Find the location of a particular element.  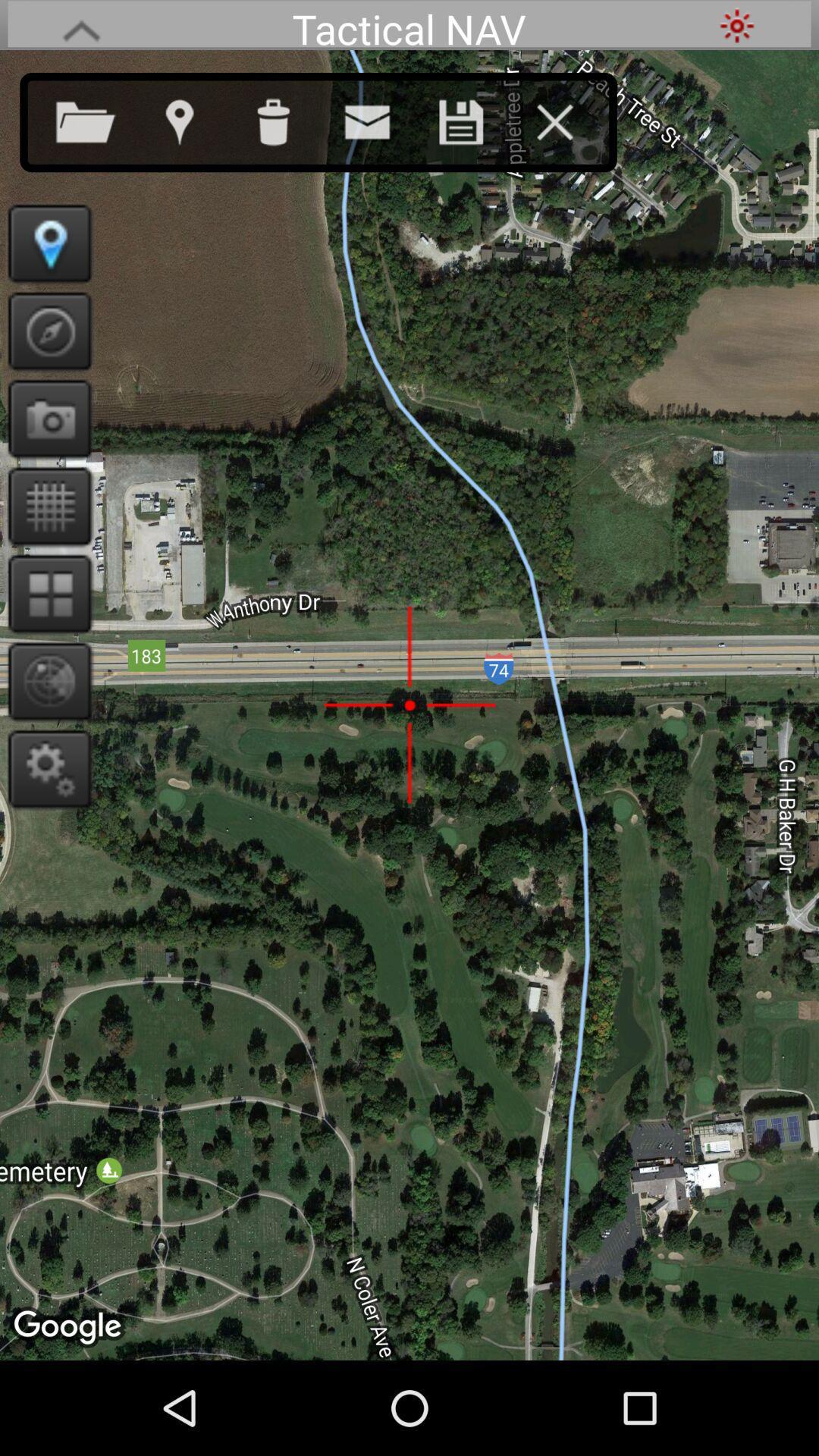

the item below the tactical nav app is located at coordinates (475, 118).